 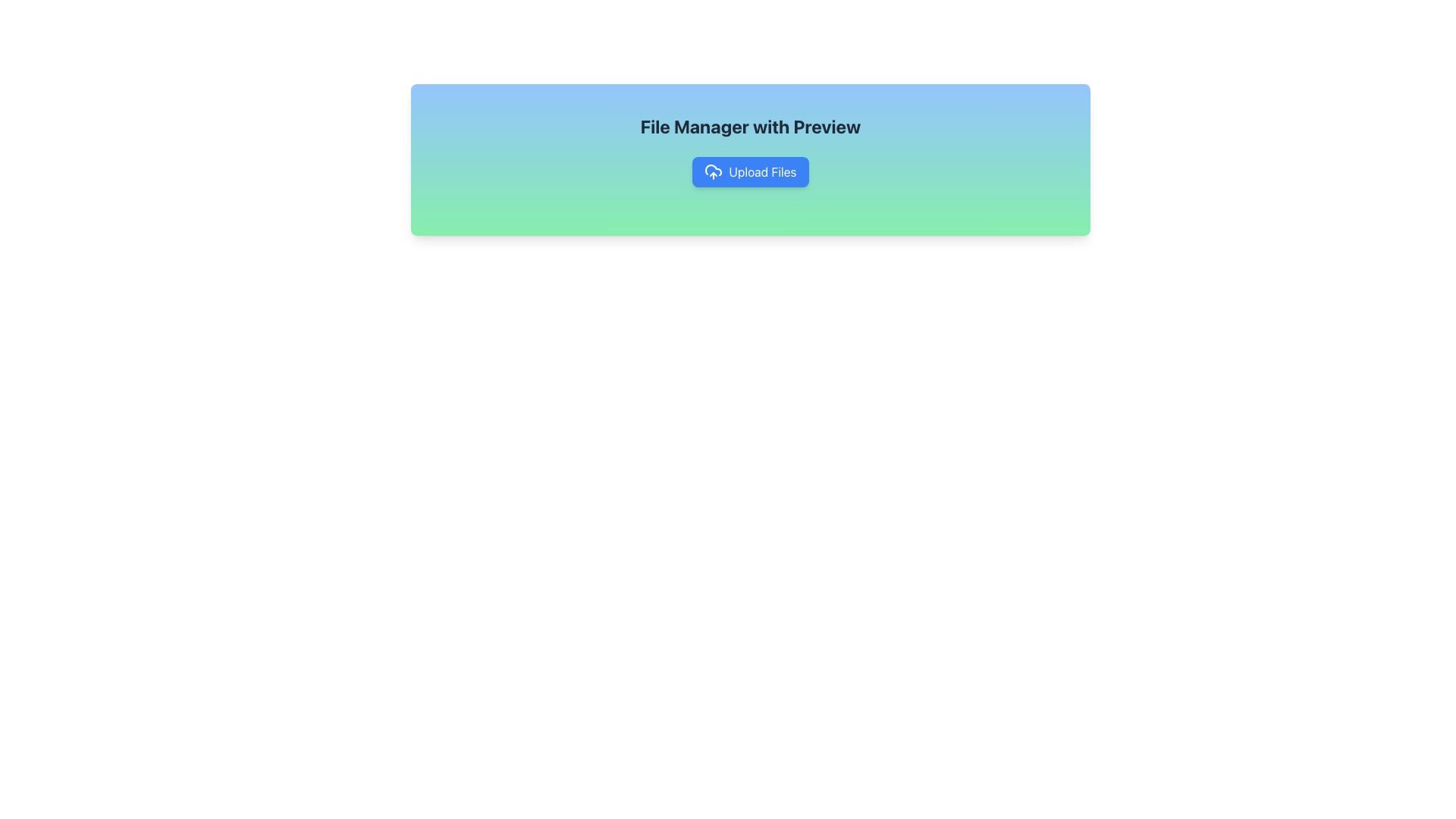 What do you see at coordinates (750, 125) in the screenshot?
I see `the main header text of the file manager interface, which serves as the title summarizing the purpose of the application` at bounding box center [750, 125].